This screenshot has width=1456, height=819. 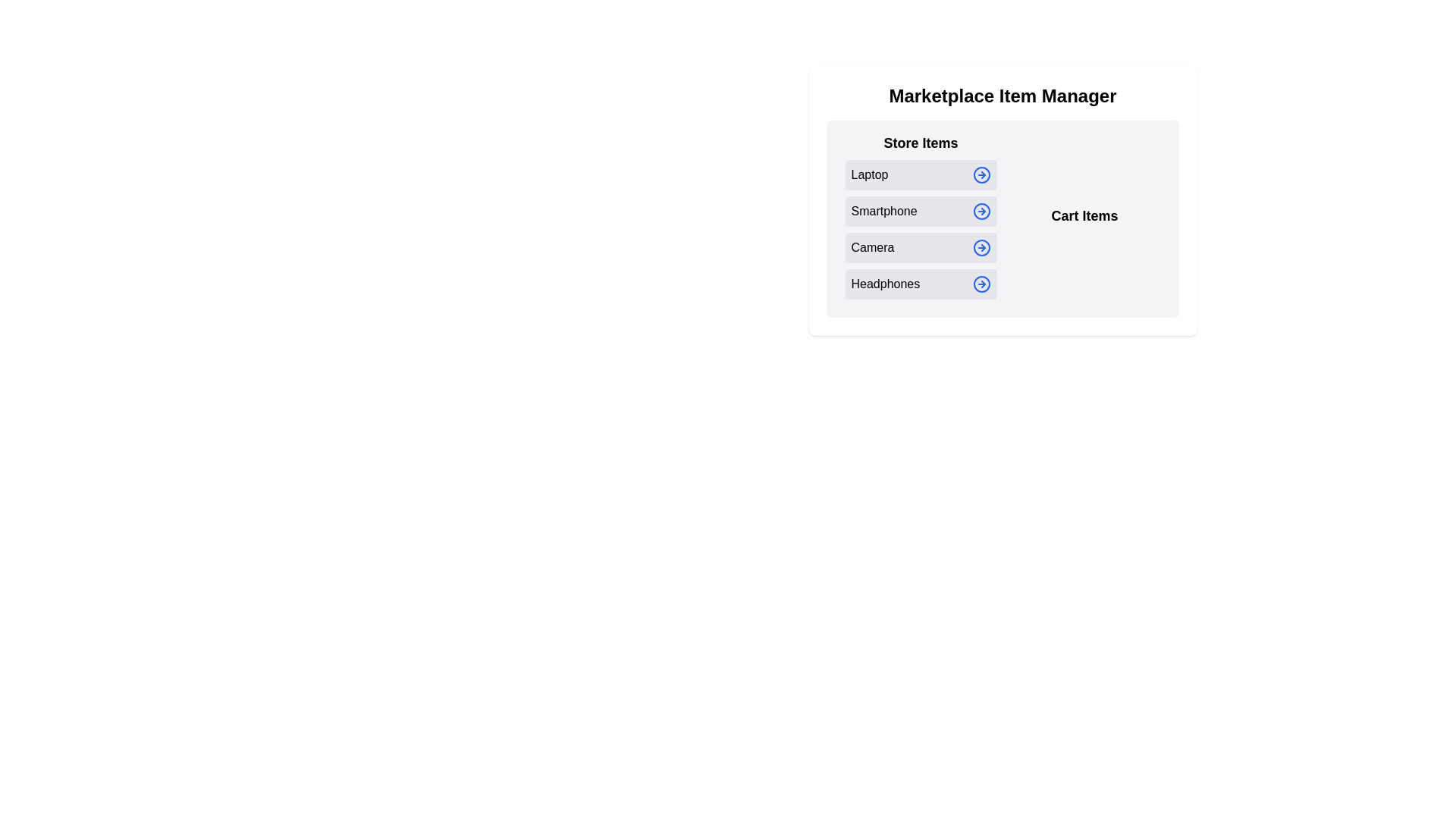 I want to click on arrow icon next to the item labeled Laptop to move it to the Cart Items section, so click(x=981, y=174).